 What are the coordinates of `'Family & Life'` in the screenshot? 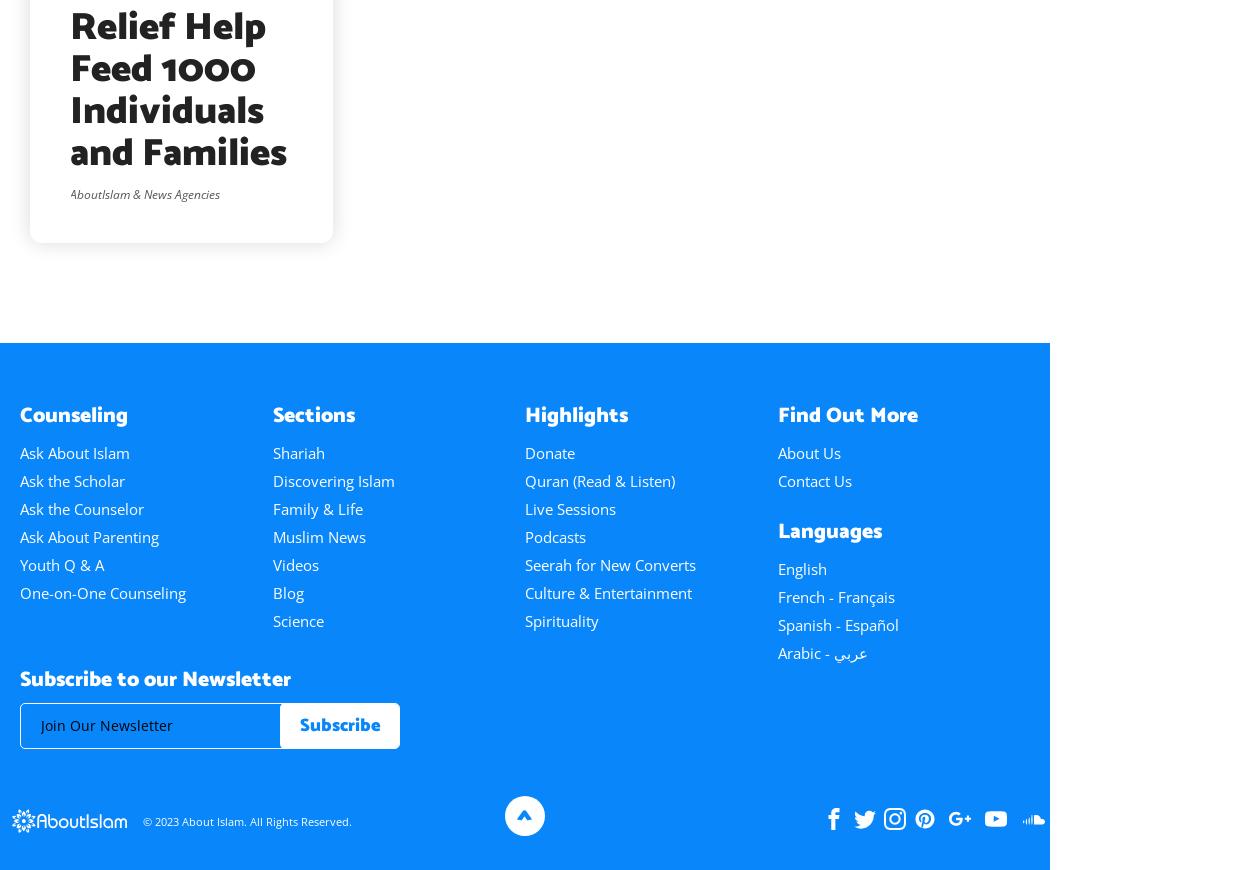 It's located at (317, 506).